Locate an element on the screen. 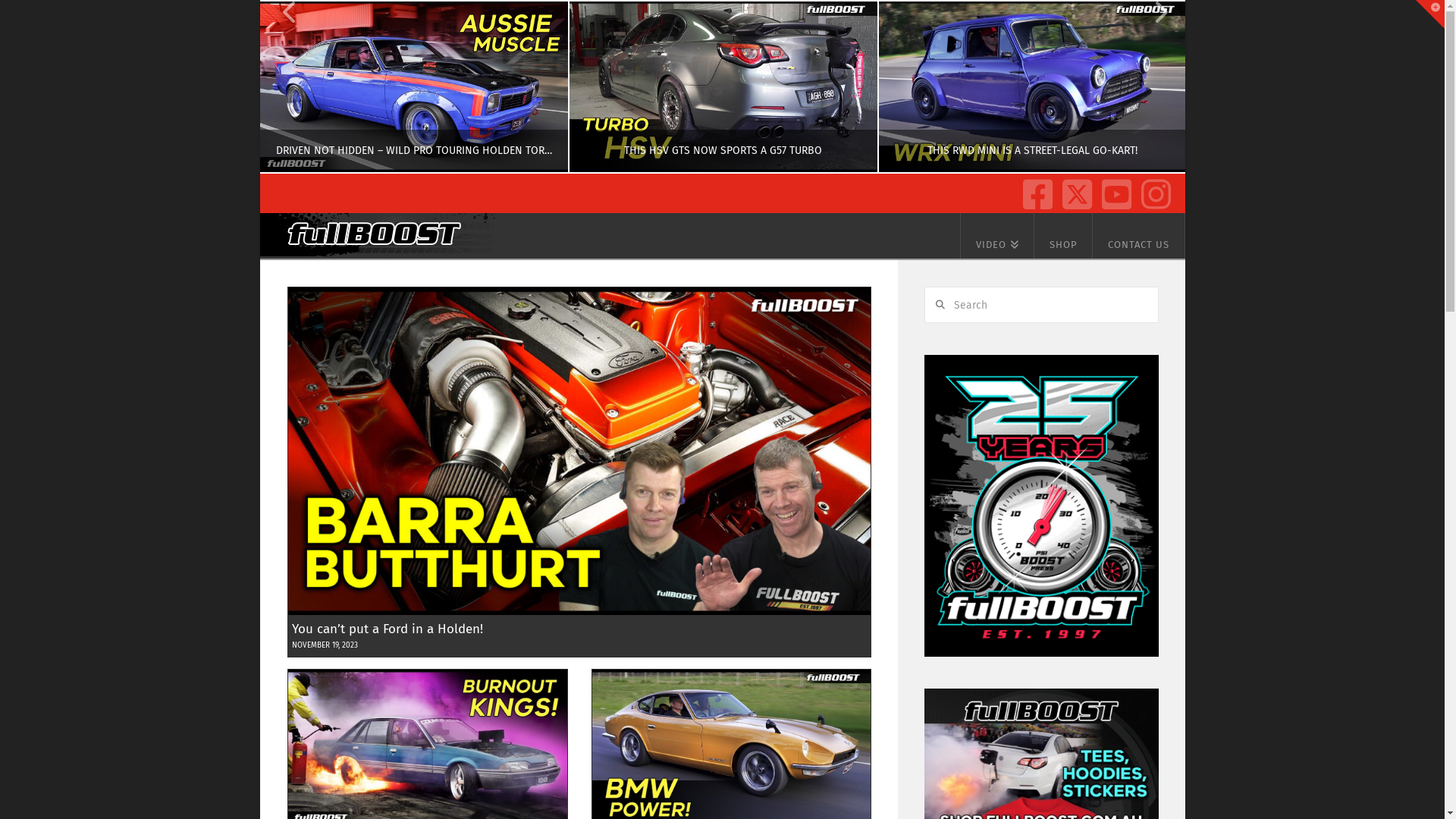 This screenshot has height=819, width=1456. 'Next' is located at coordinates (1153, 86).